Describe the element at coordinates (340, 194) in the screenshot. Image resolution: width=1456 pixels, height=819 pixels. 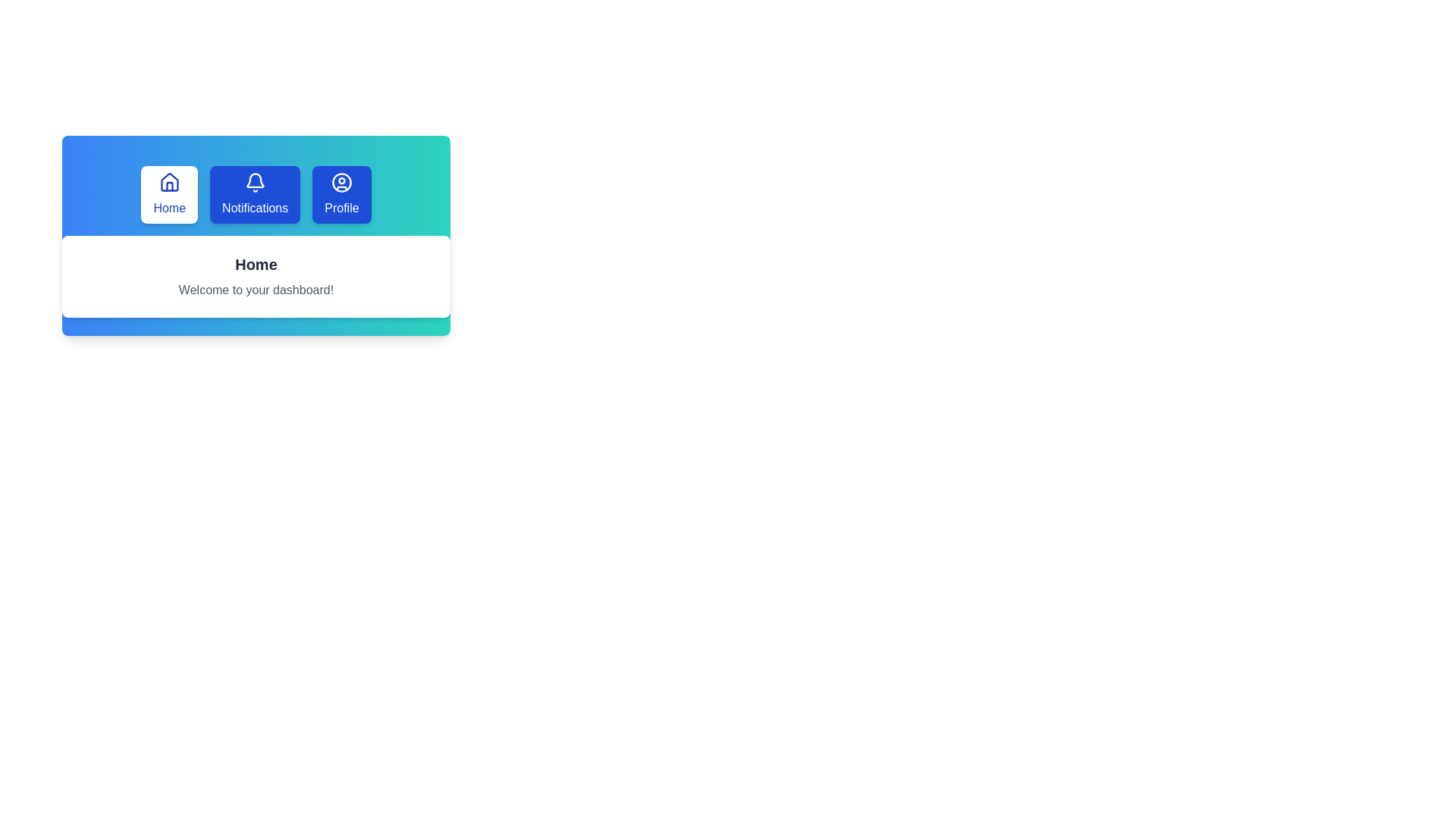
I see `the Profile tab button to observe its hover effect` at that location.